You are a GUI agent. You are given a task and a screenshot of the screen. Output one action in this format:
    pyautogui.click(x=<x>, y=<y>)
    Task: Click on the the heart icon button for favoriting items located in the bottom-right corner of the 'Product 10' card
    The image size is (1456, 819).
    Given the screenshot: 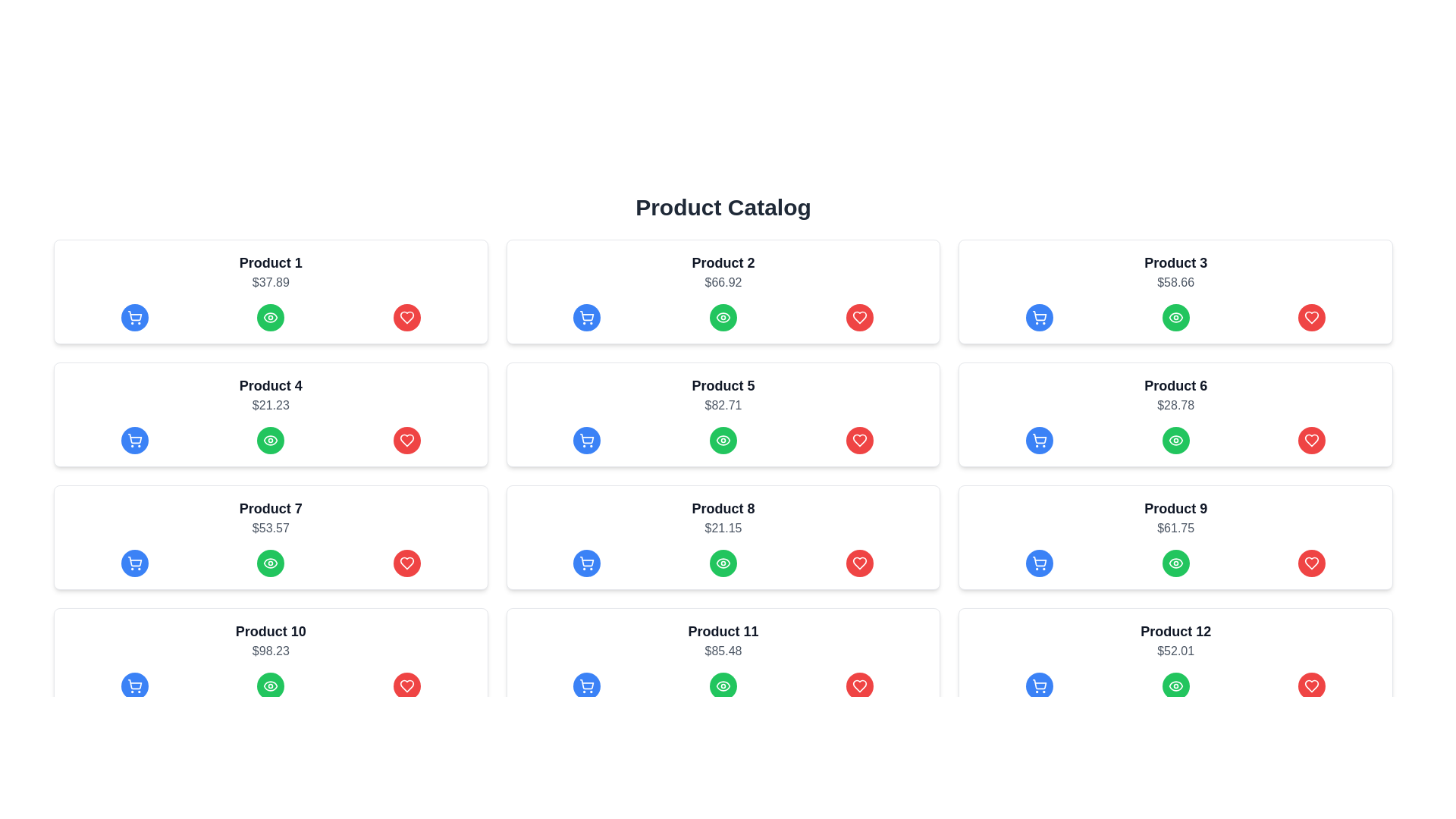 What is the action you would take?
    pyautogui.click(x=406, y=686)
    